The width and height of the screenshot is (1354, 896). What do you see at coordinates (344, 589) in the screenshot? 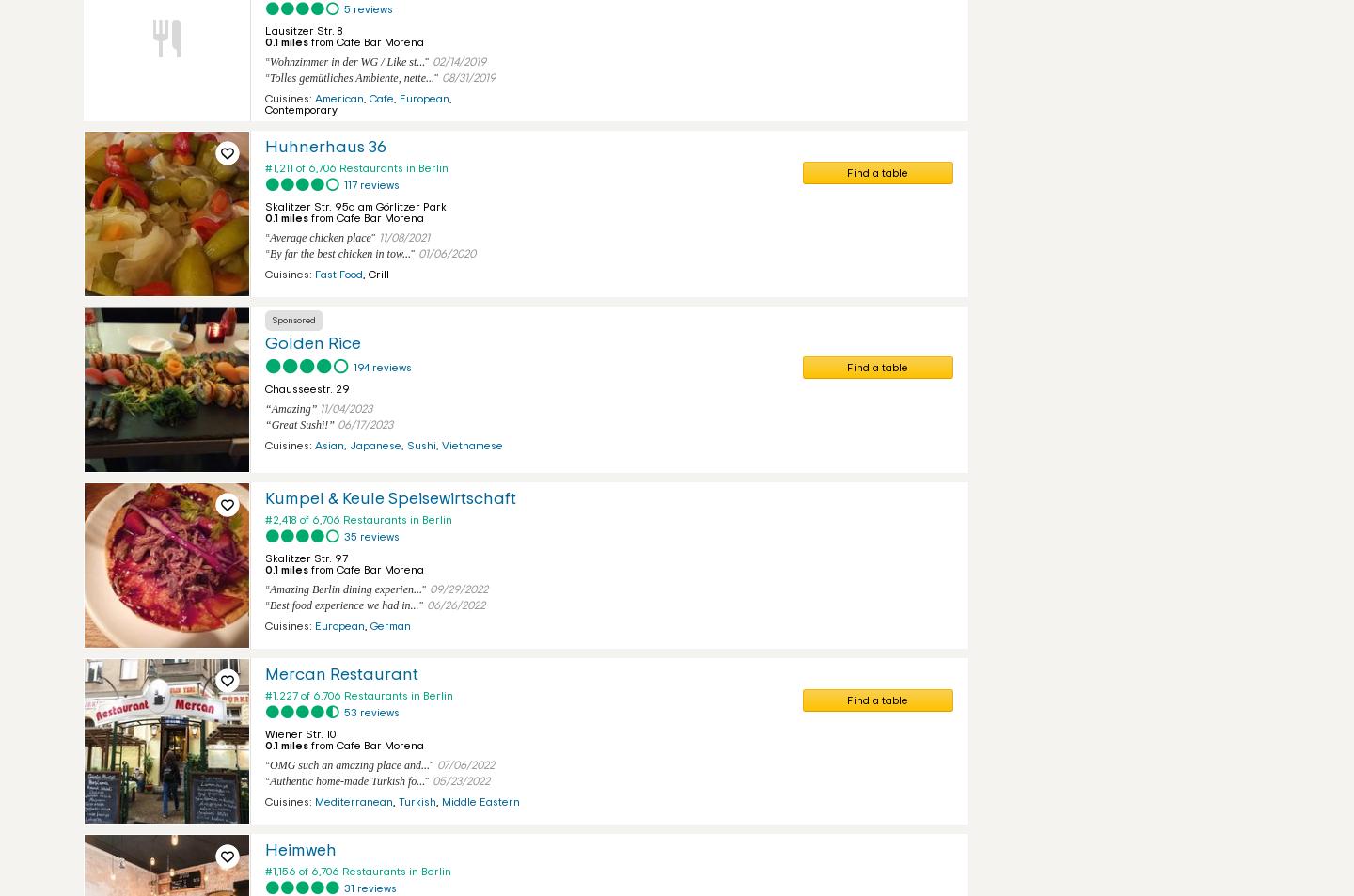
I see `'Amazing Berlin dining experien...'` at bounding box center [344, 589].